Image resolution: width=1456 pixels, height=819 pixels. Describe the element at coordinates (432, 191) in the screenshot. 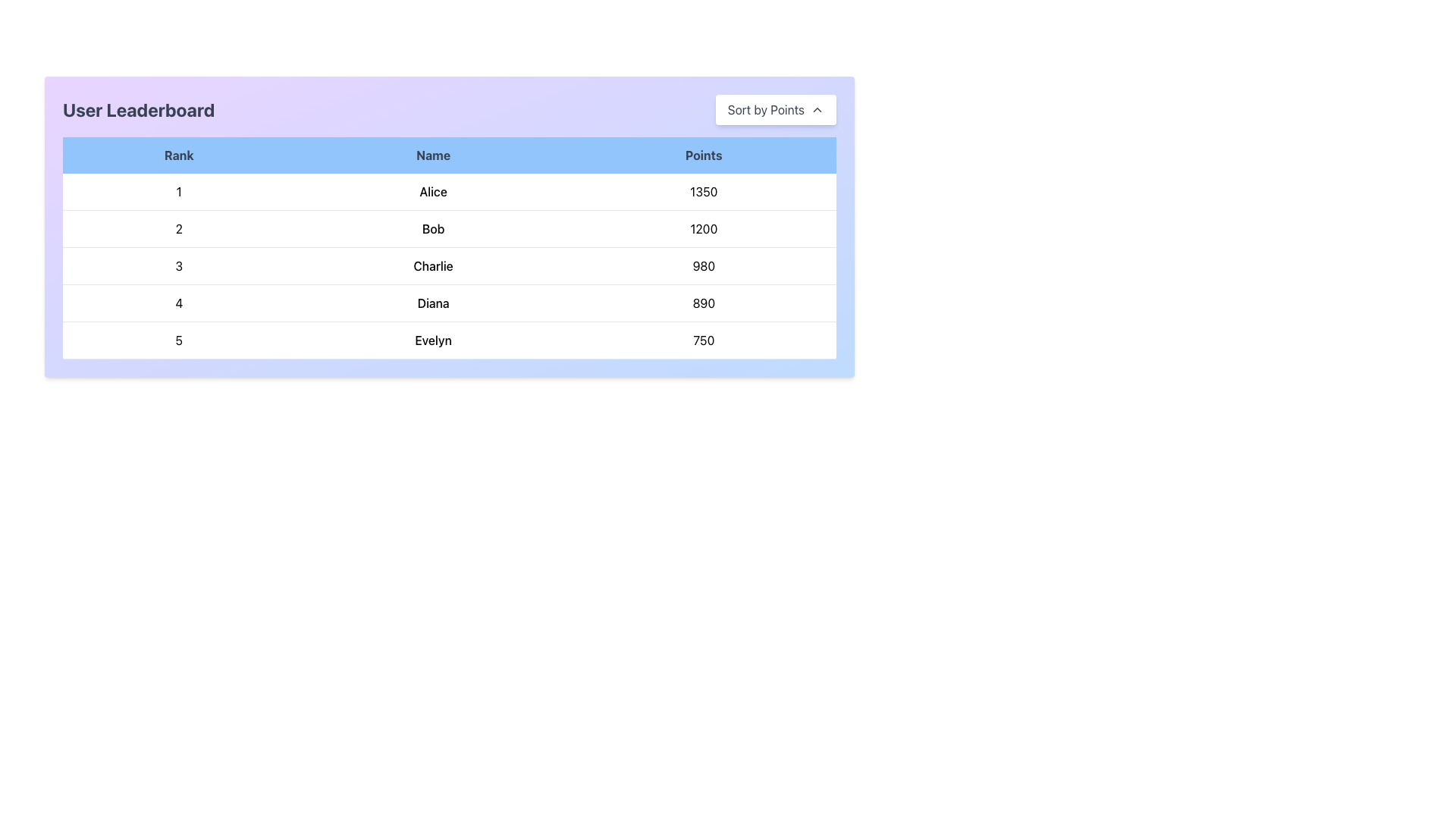

I see `the text display reading 'Alice' in bold font, which is located in the 'Name' column of the leaderboard table` at that location.